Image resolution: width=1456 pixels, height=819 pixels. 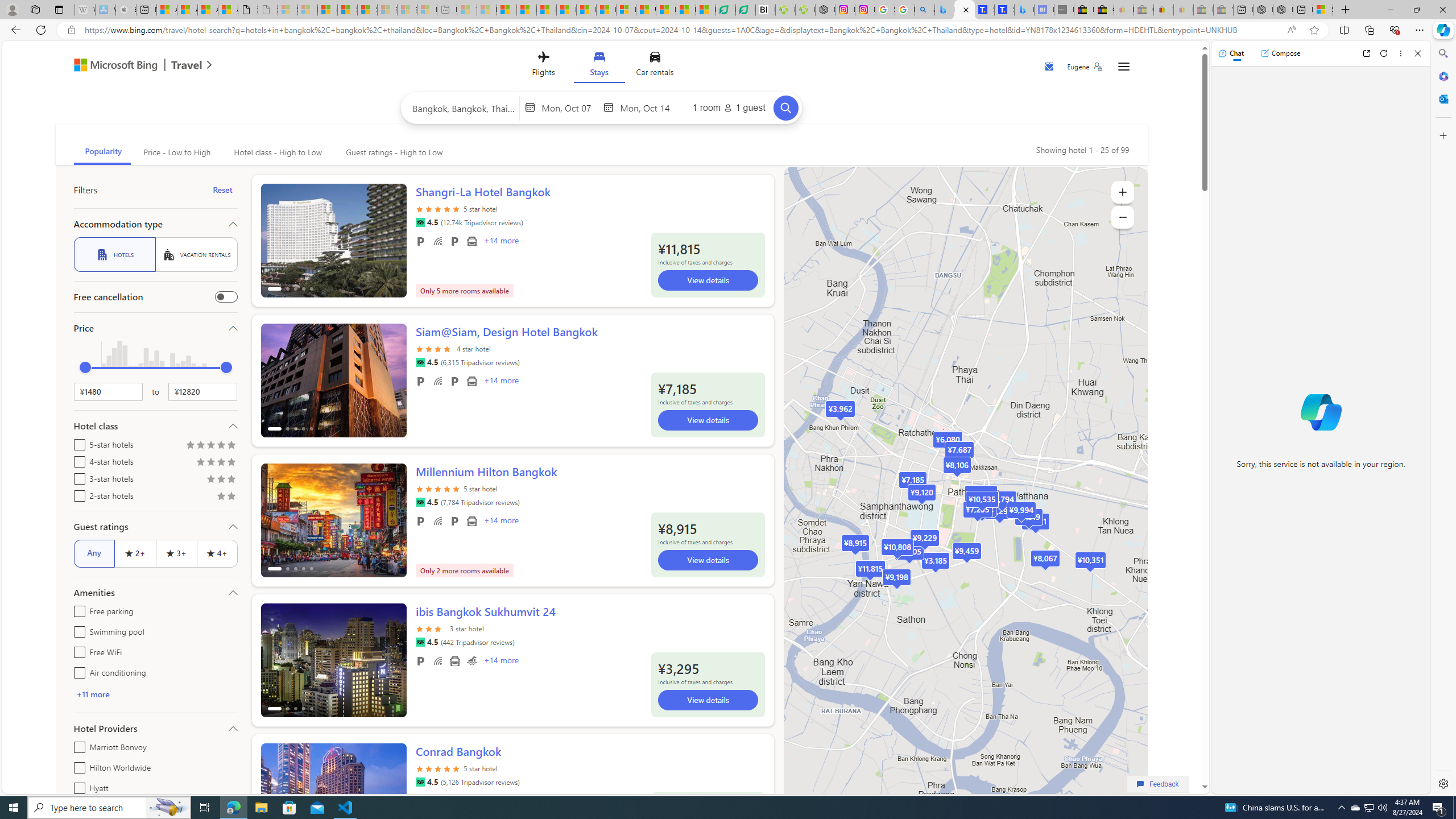 What do you see at coordinates (125, 9) in the screenshot?
I see `'Buy iPad - Apple - Sleeping'` at bounding box center [125, 9].